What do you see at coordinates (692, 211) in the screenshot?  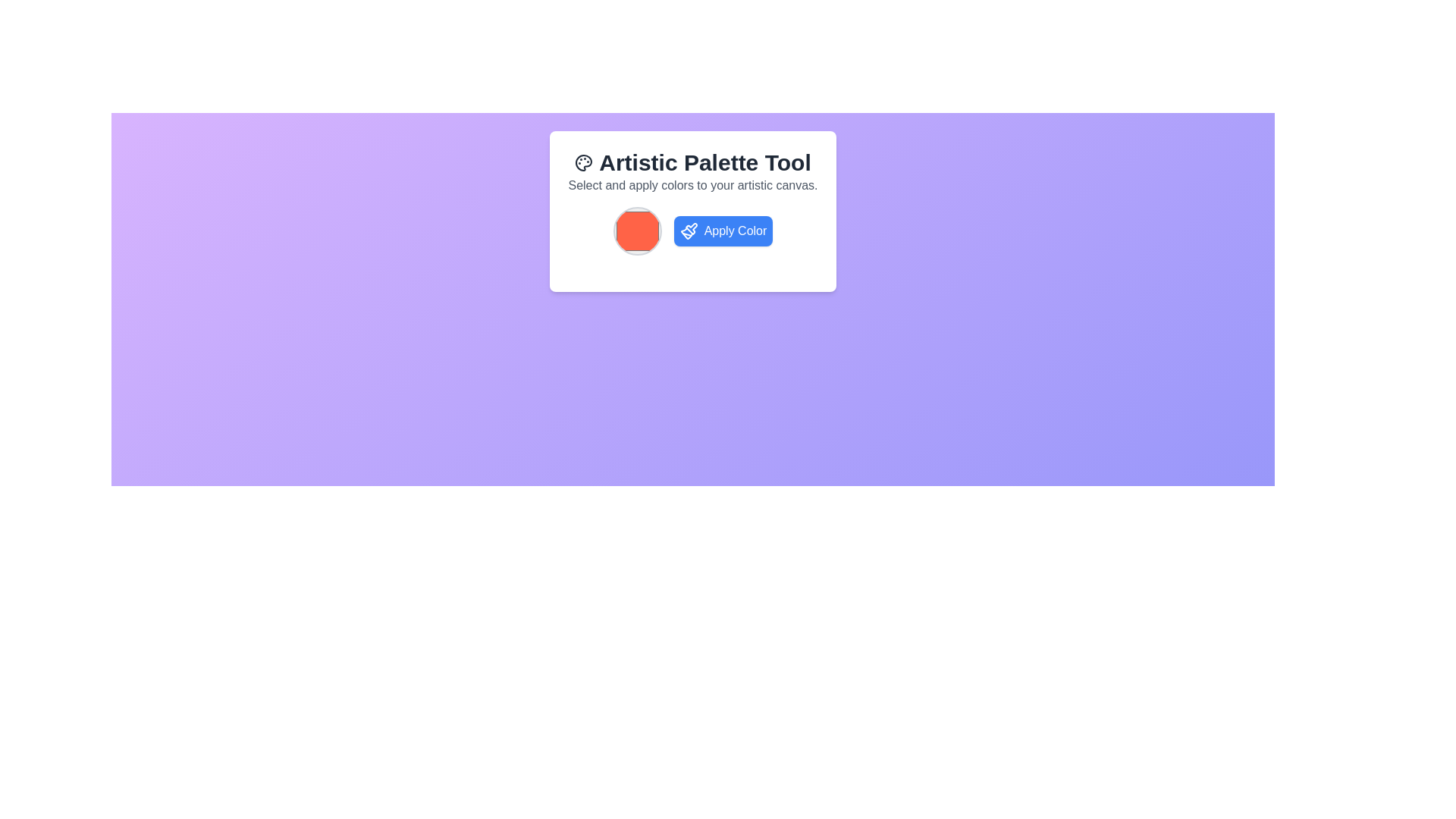 I see `the title of the informational panel which allows for color selection and application` at bounding box center [692, 211].